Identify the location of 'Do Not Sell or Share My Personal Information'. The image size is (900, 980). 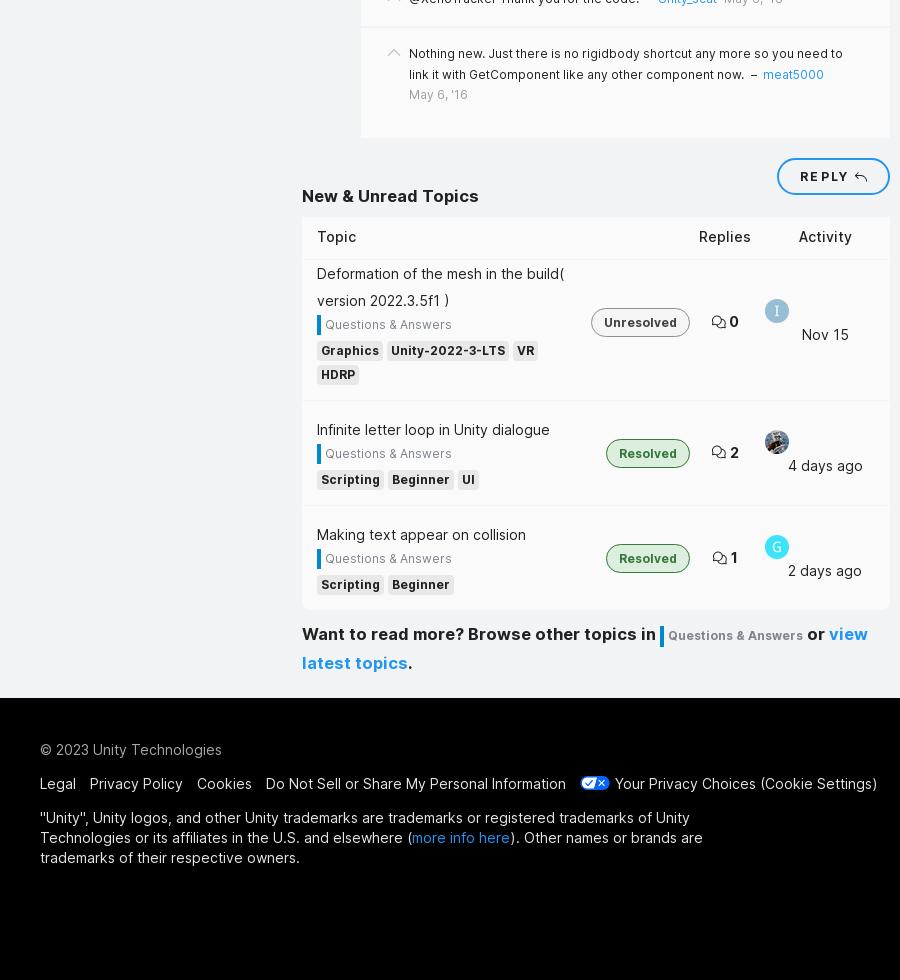
(415, 782).